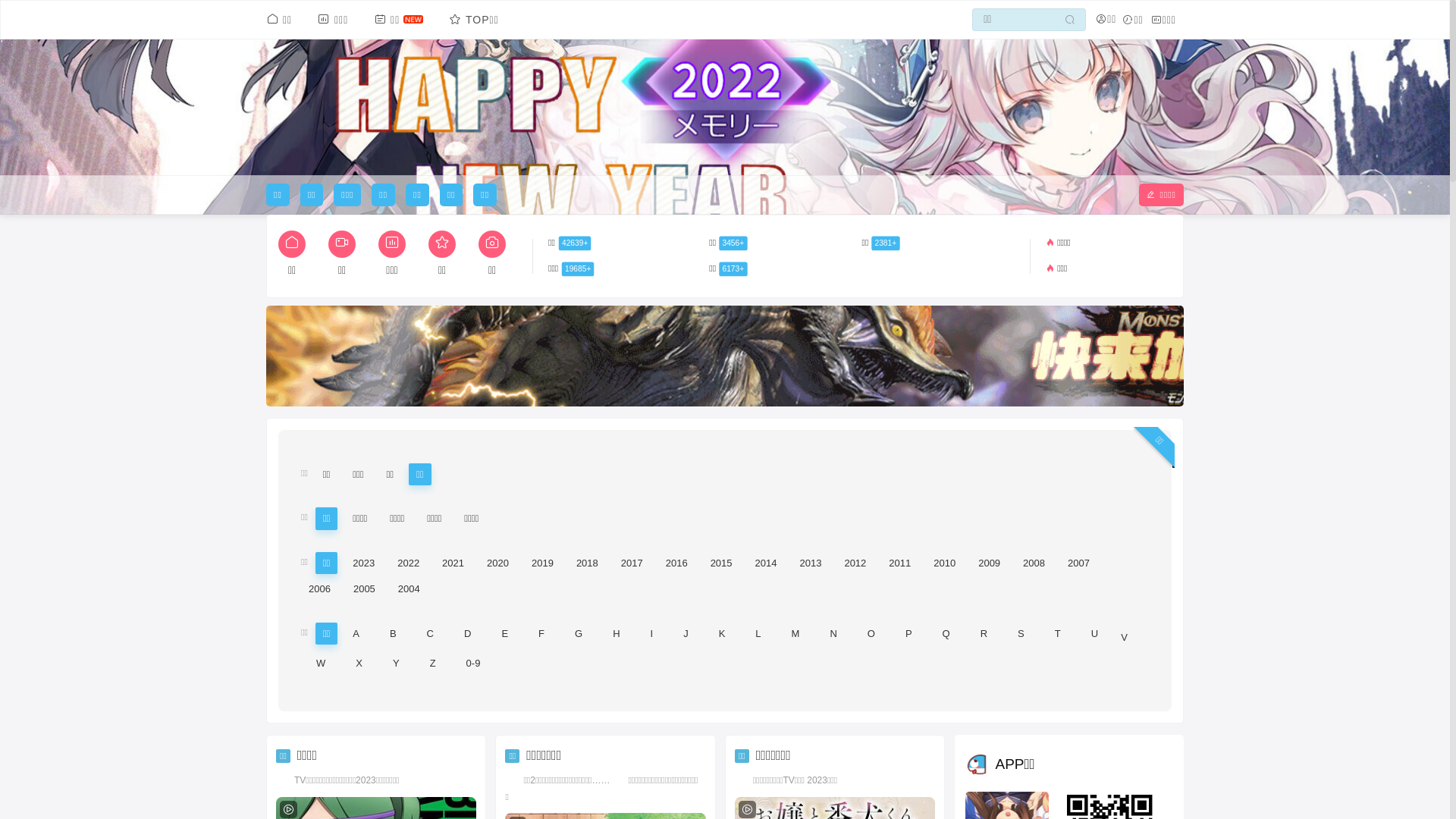 The image size is (1456, 819). What do you see at coordinates (432, 662) in the screenshot?
I see `'Z'` at bounding box center [432, 662].